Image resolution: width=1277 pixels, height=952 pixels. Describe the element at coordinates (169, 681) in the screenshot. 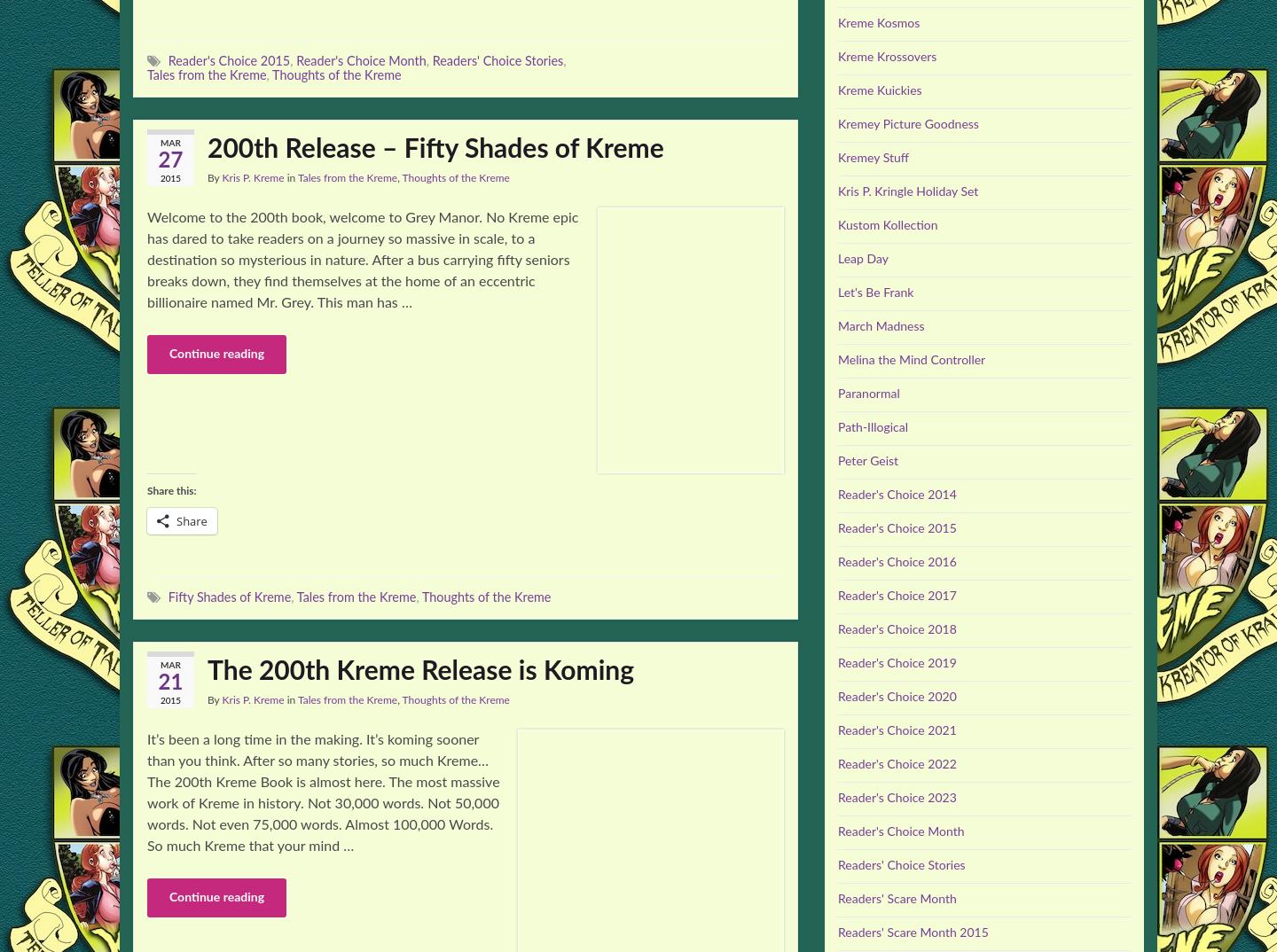

I see `'21'` at that location.